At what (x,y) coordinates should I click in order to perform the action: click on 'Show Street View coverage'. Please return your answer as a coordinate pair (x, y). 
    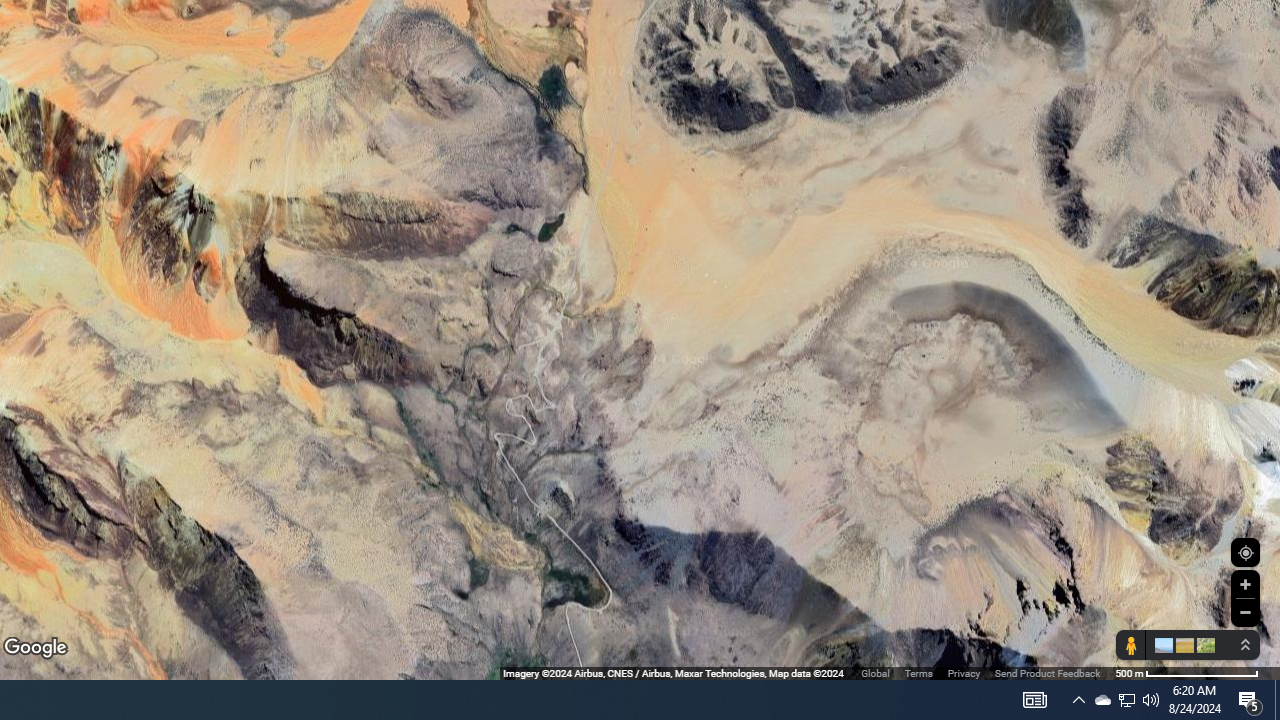
    Looking at the image, I should click on (1130, 645).